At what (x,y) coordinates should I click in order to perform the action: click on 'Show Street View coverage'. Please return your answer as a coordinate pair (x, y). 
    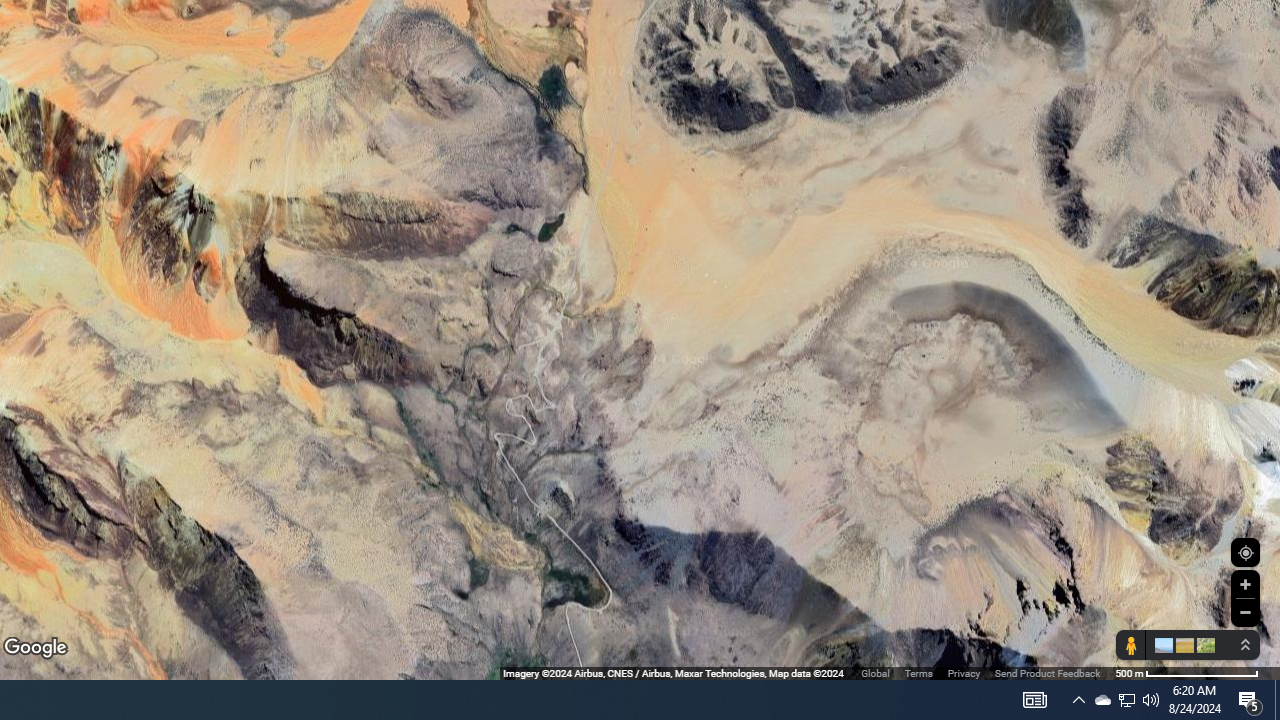
    Looking at the image, I should click on (1130, 645).